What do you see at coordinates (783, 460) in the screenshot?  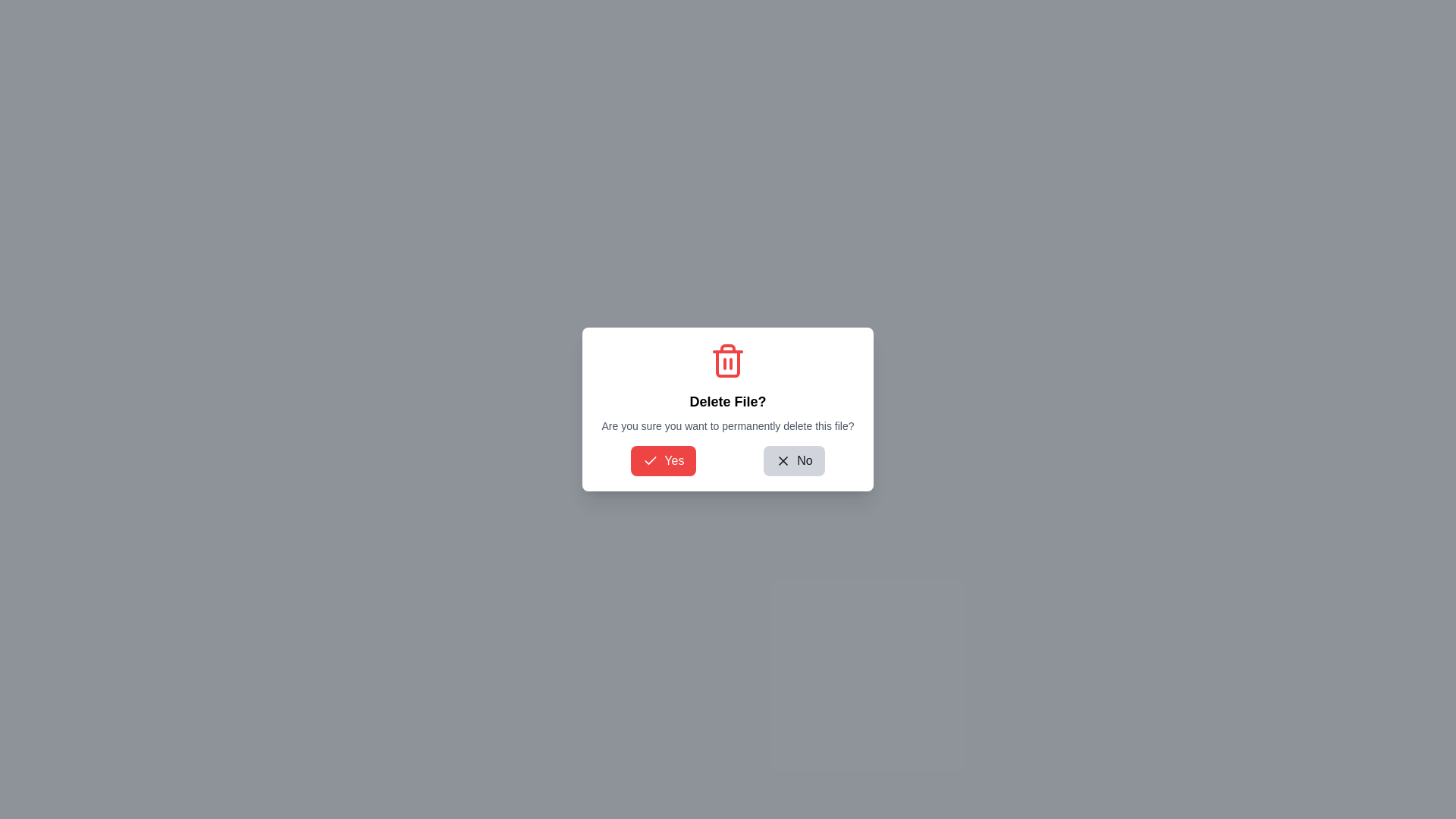 I see `the 'X' icon within the 'No' button` at bounding box center [783, 460].